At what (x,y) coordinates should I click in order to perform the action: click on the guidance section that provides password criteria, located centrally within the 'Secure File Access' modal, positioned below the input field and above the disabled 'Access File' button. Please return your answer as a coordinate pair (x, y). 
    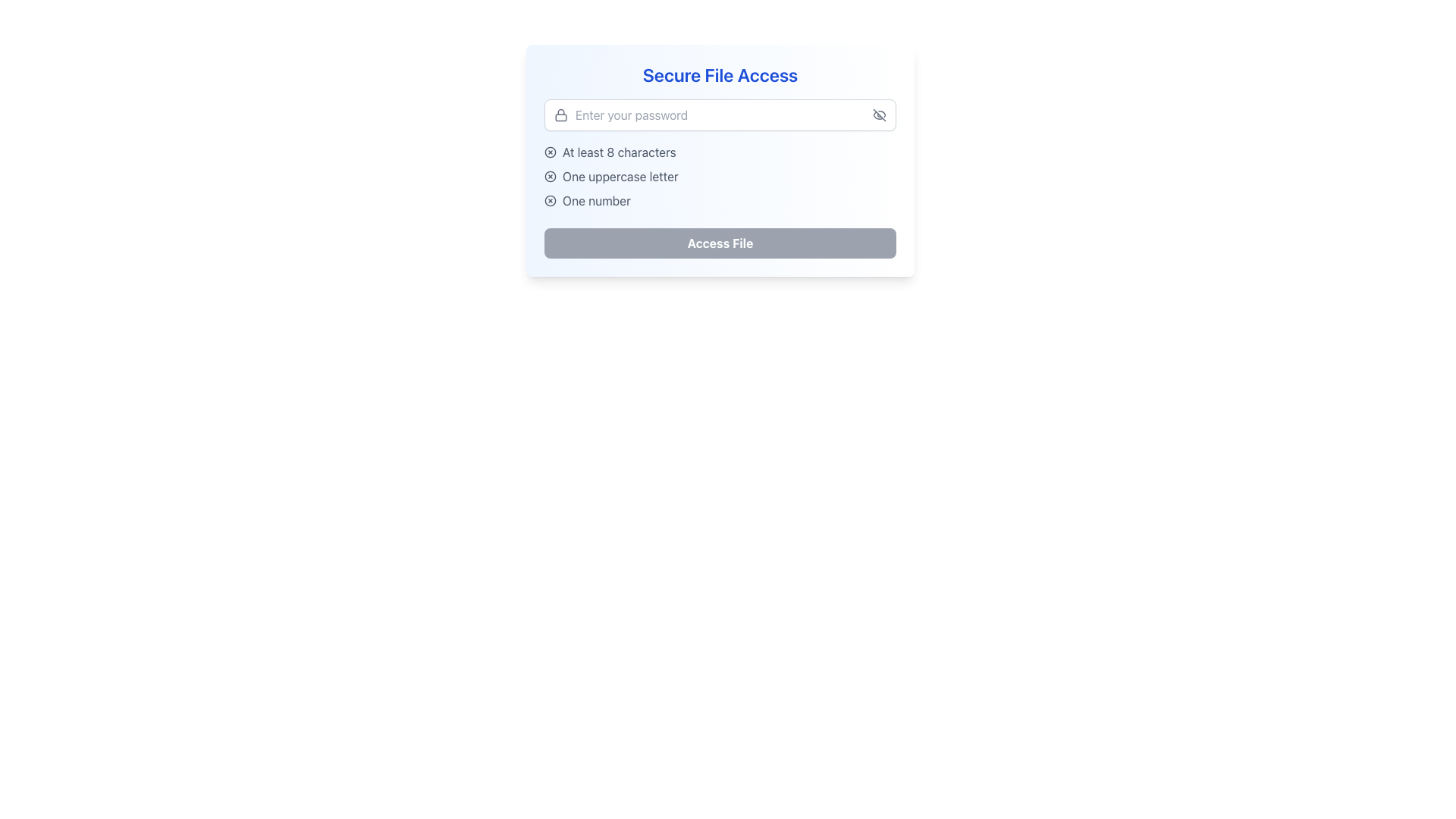
    Looking at the image, I should click on (720, 175).